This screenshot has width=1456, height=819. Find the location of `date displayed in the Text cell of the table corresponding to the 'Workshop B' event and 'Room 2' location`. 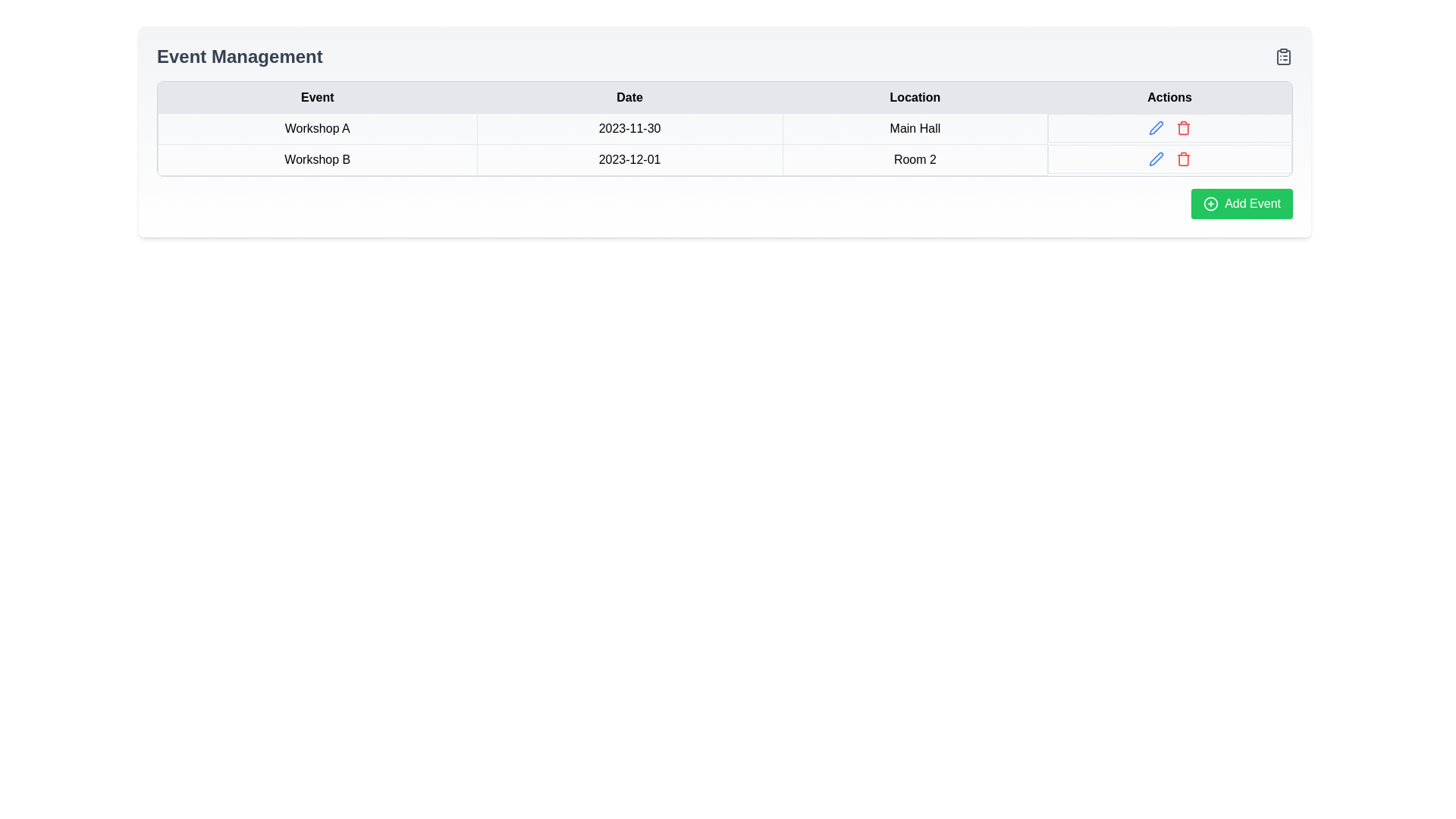

date displayed in the Text cell of the table corresponding to the 'Workshop B' event and 'Room 2' location is located at coordinates (629, 160).